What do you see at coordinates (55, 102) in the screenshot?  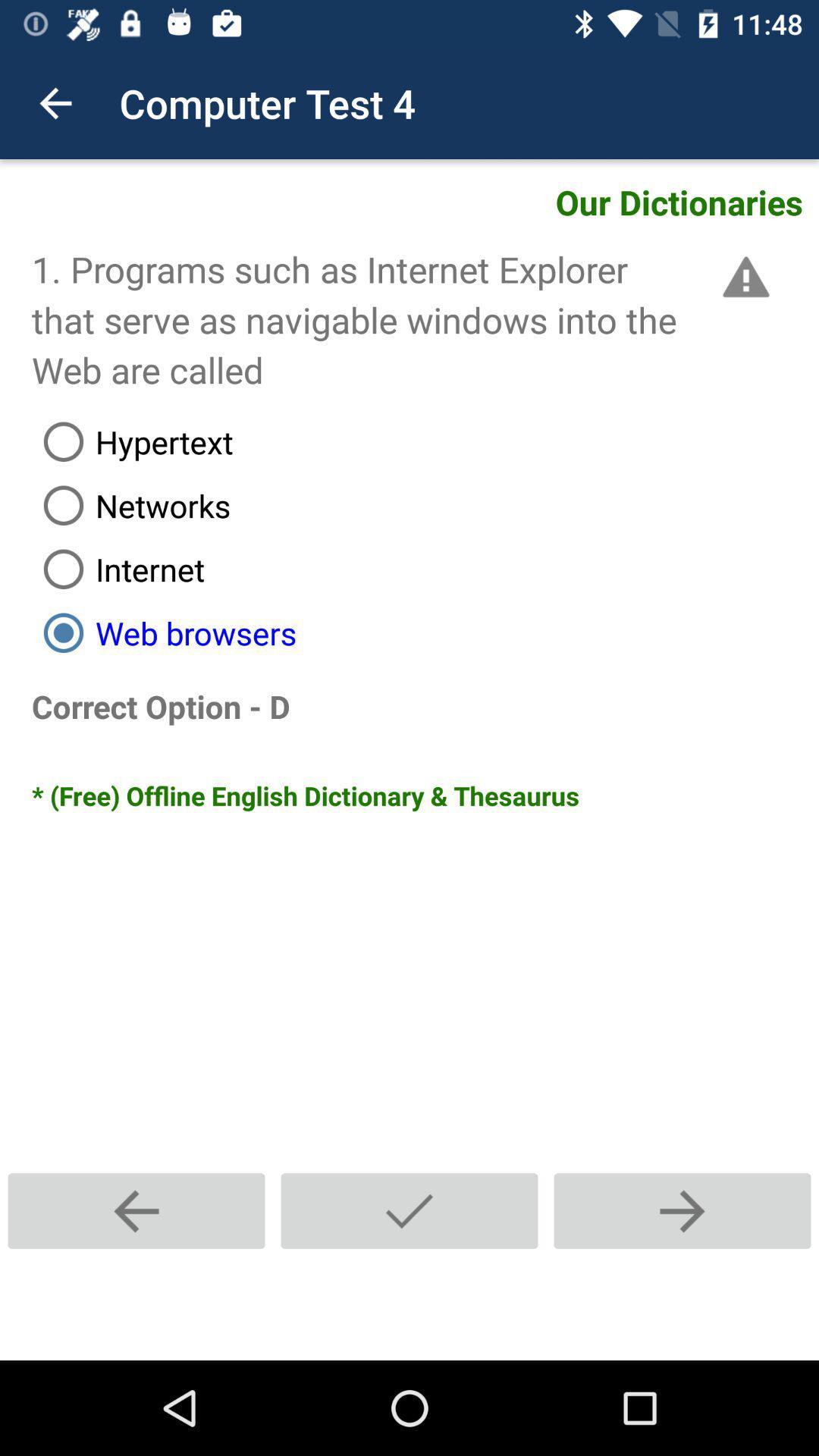 I see `item to the left of computer test 4 item` at bounding box center [55, 102].